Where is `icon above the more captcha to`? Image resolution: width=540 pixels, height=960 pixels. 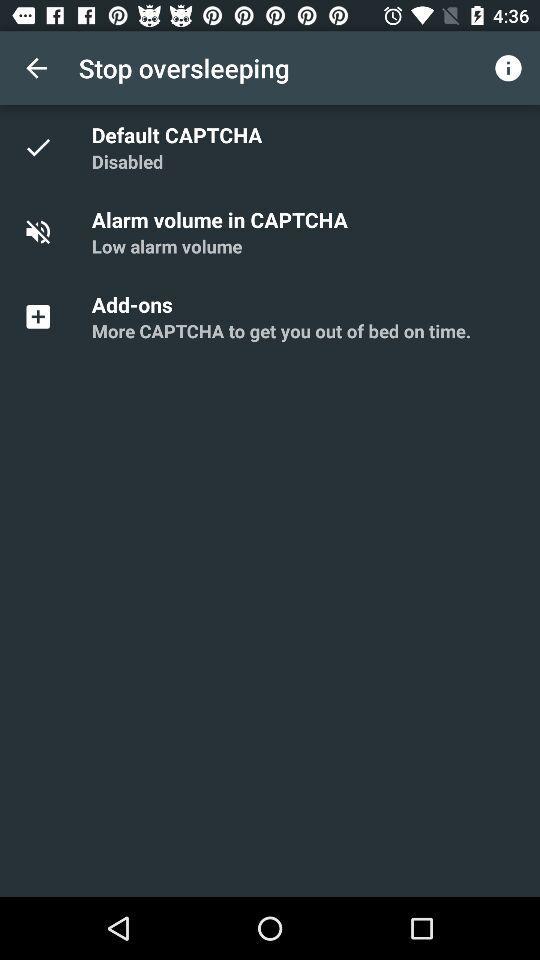
icon above the more captcha to is located at coordinates (135, 304).